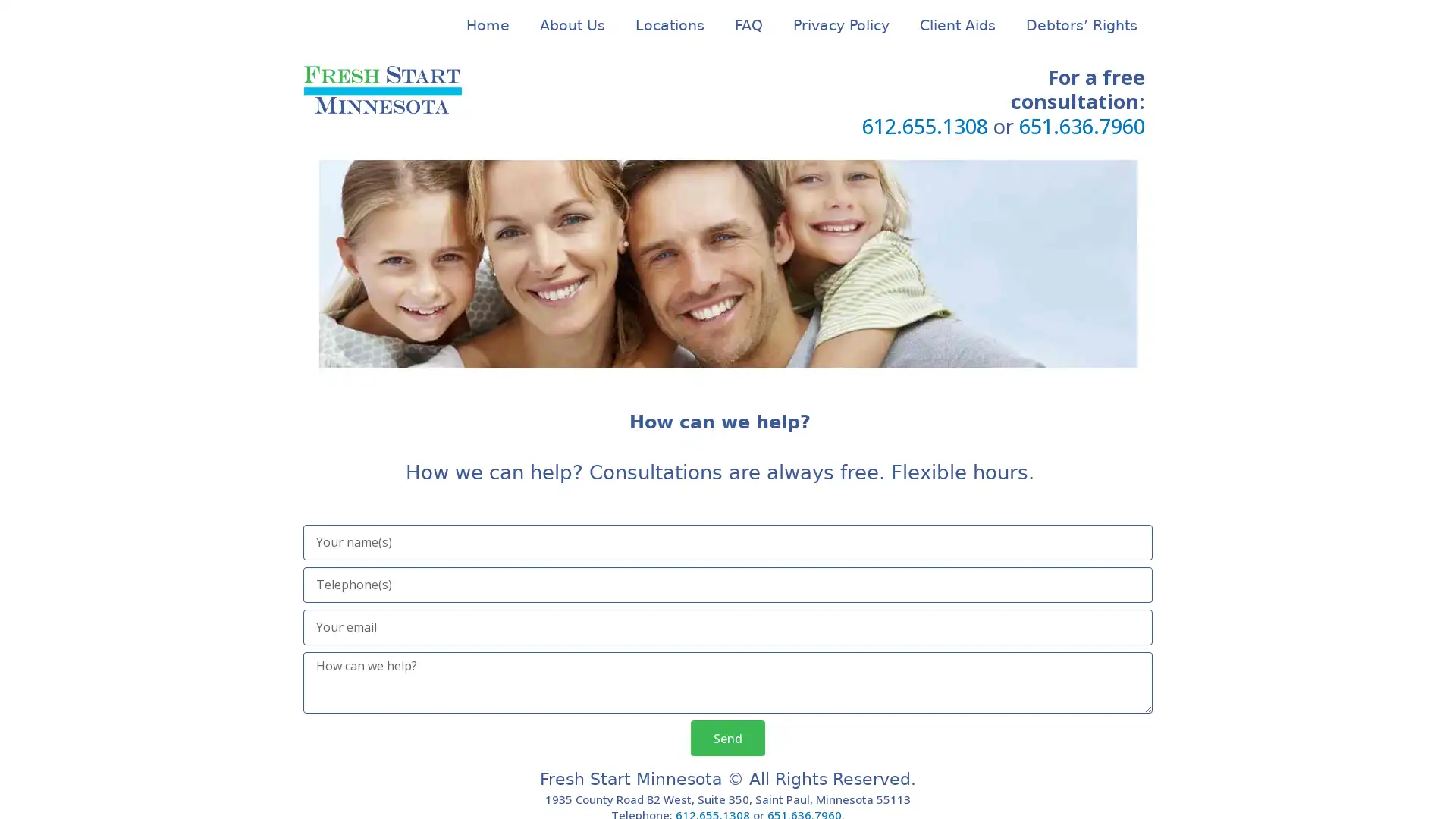  I want to click on Send, so click(728, 737).